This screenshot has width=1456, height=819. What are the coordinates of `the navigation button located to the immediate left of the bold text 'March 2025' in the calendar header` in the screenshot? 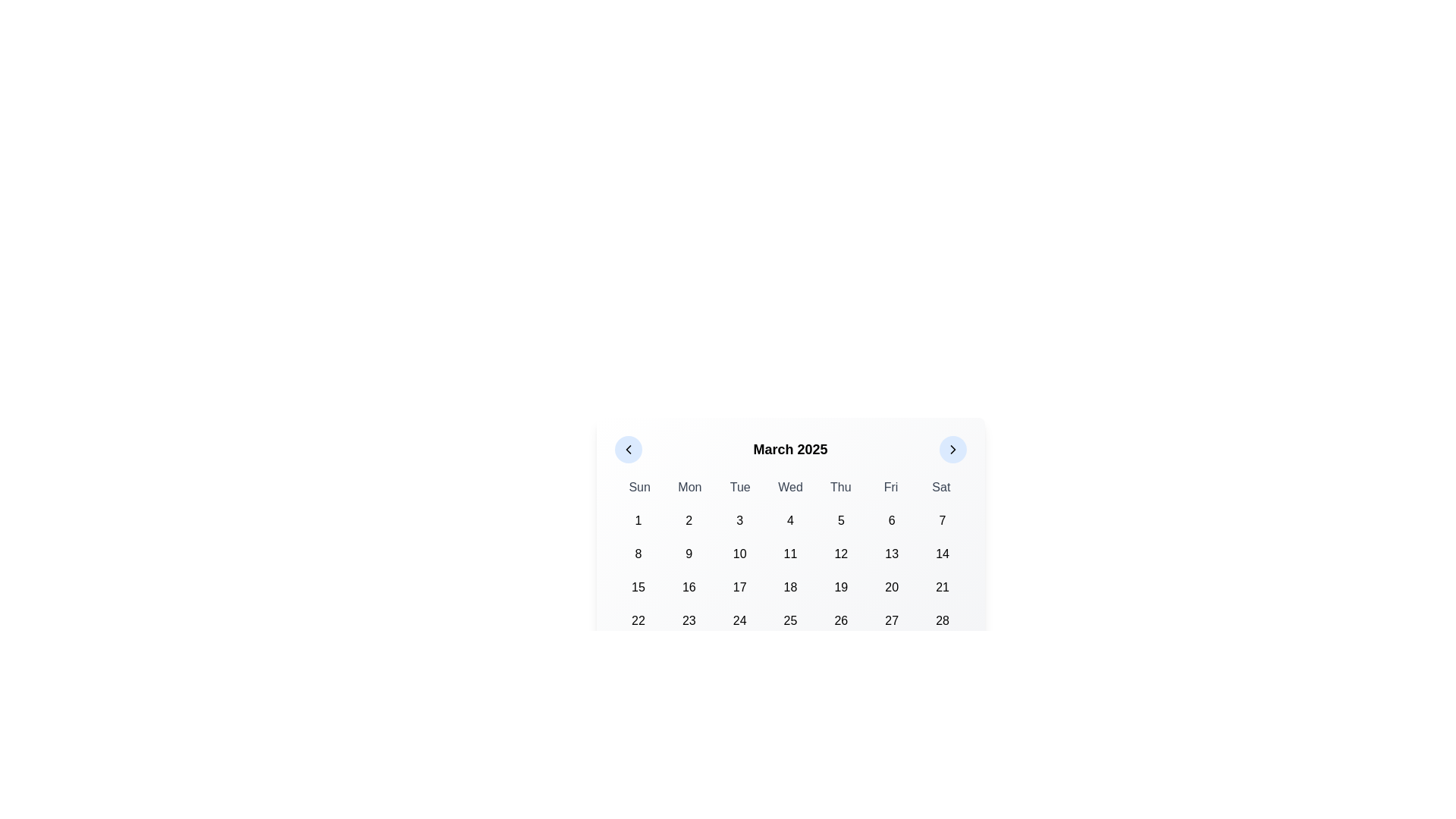 It's located at (628, 449).